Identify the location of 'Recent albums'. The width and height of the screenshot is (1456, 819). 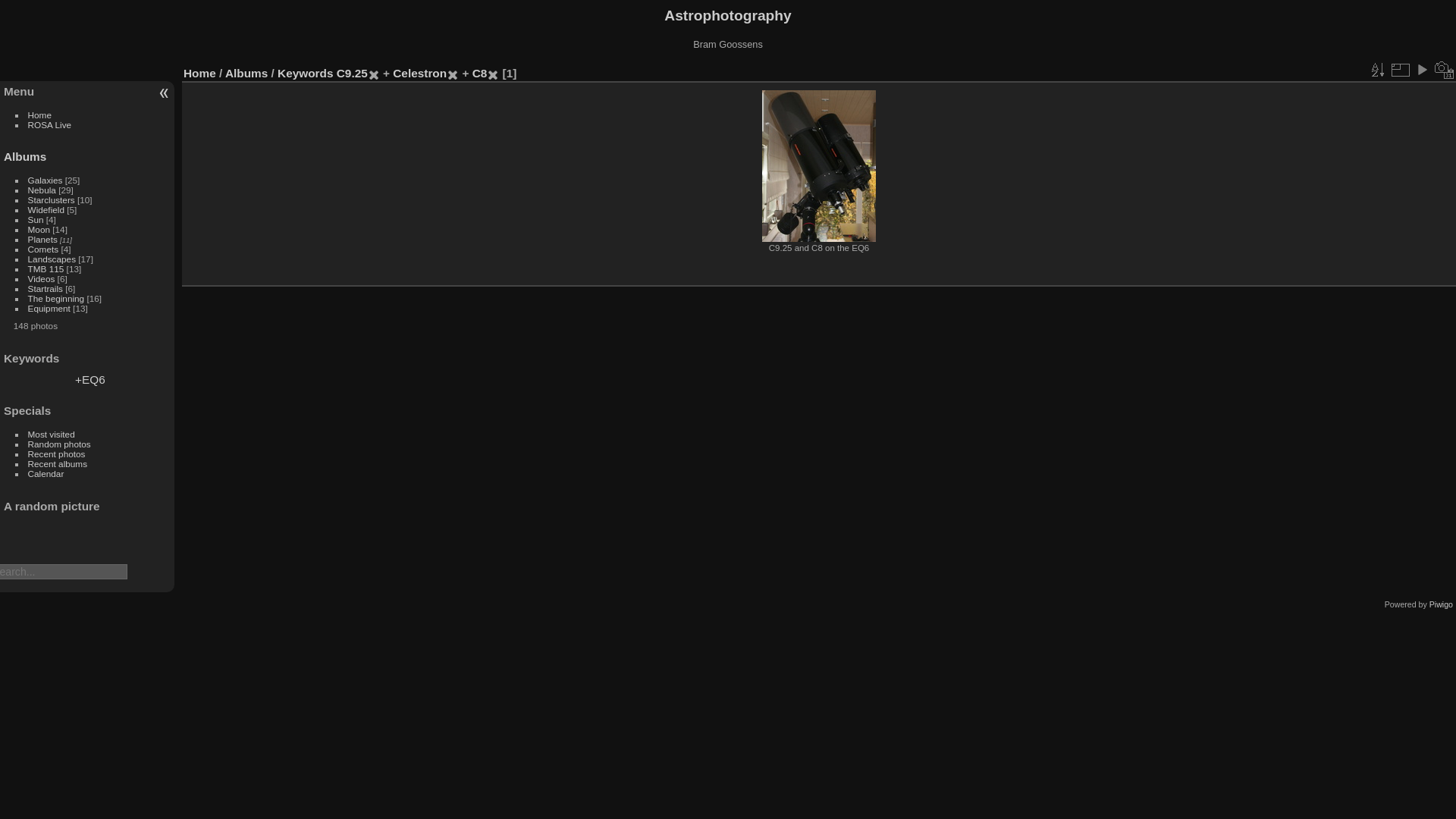
(58, 463).